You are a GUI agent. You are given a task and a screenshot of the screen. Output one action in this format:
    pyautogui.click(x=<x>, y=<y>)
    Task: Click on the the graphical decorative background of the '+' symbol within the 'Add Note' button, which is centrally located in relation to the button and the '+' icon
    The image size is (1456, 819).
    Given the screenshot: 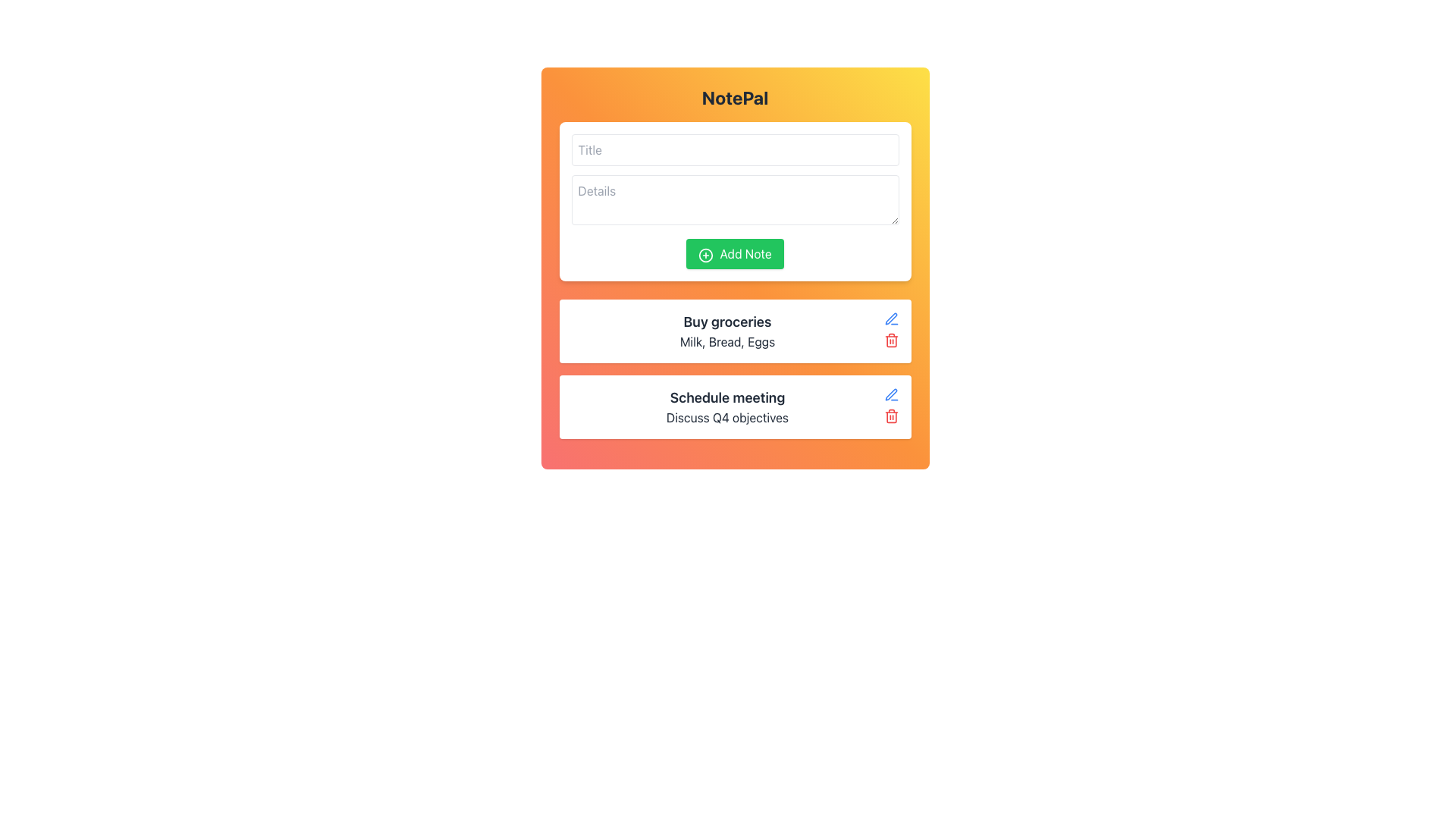 What is the action you would take?
    pyautogui.click(x=705, y=254)
    